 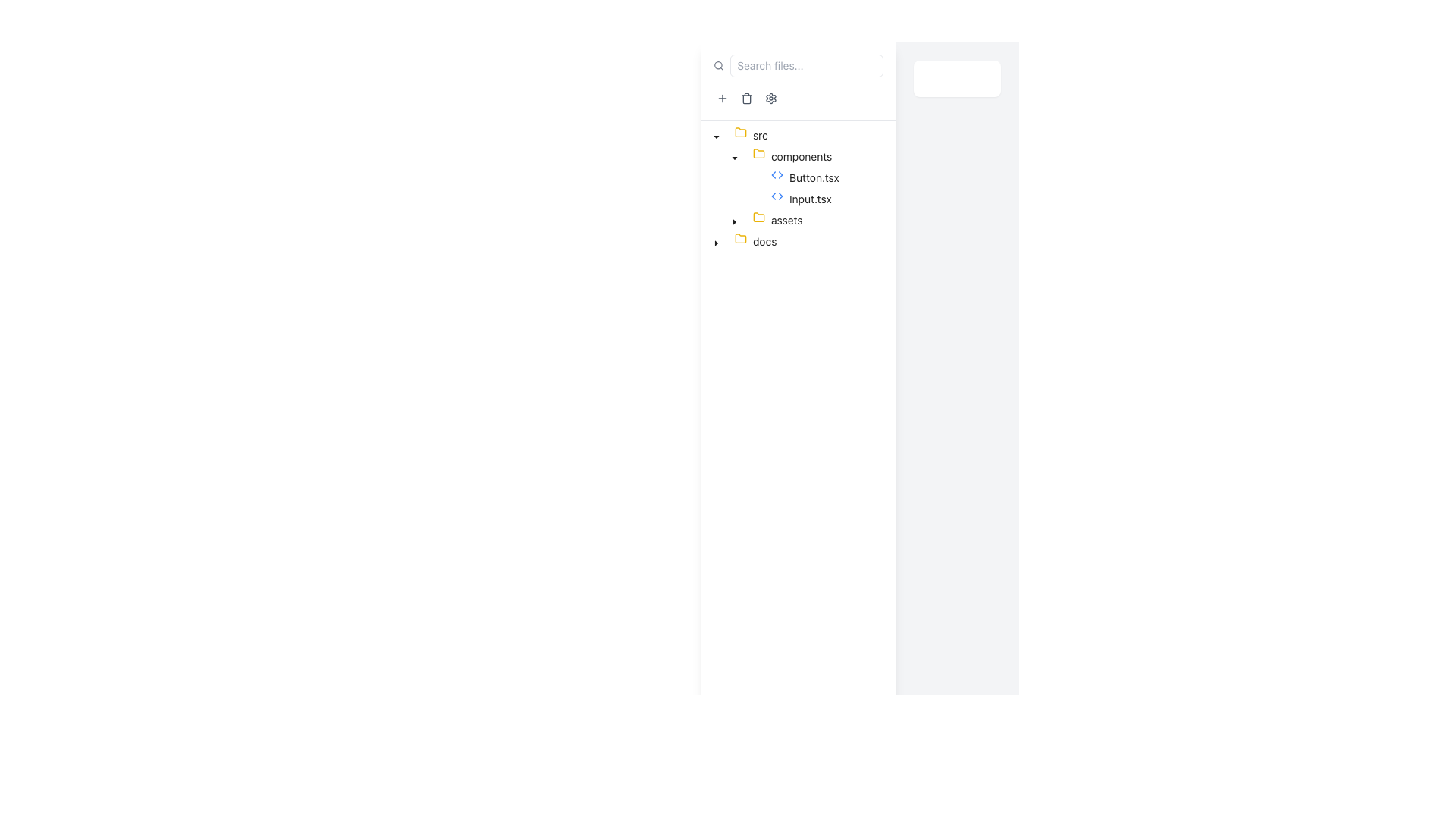 I want to click on the SVG folder icon with a yellow stroke, located adjacent to the 'components' text in the file tree under the 'src' directory, so click(x=759, y=152).